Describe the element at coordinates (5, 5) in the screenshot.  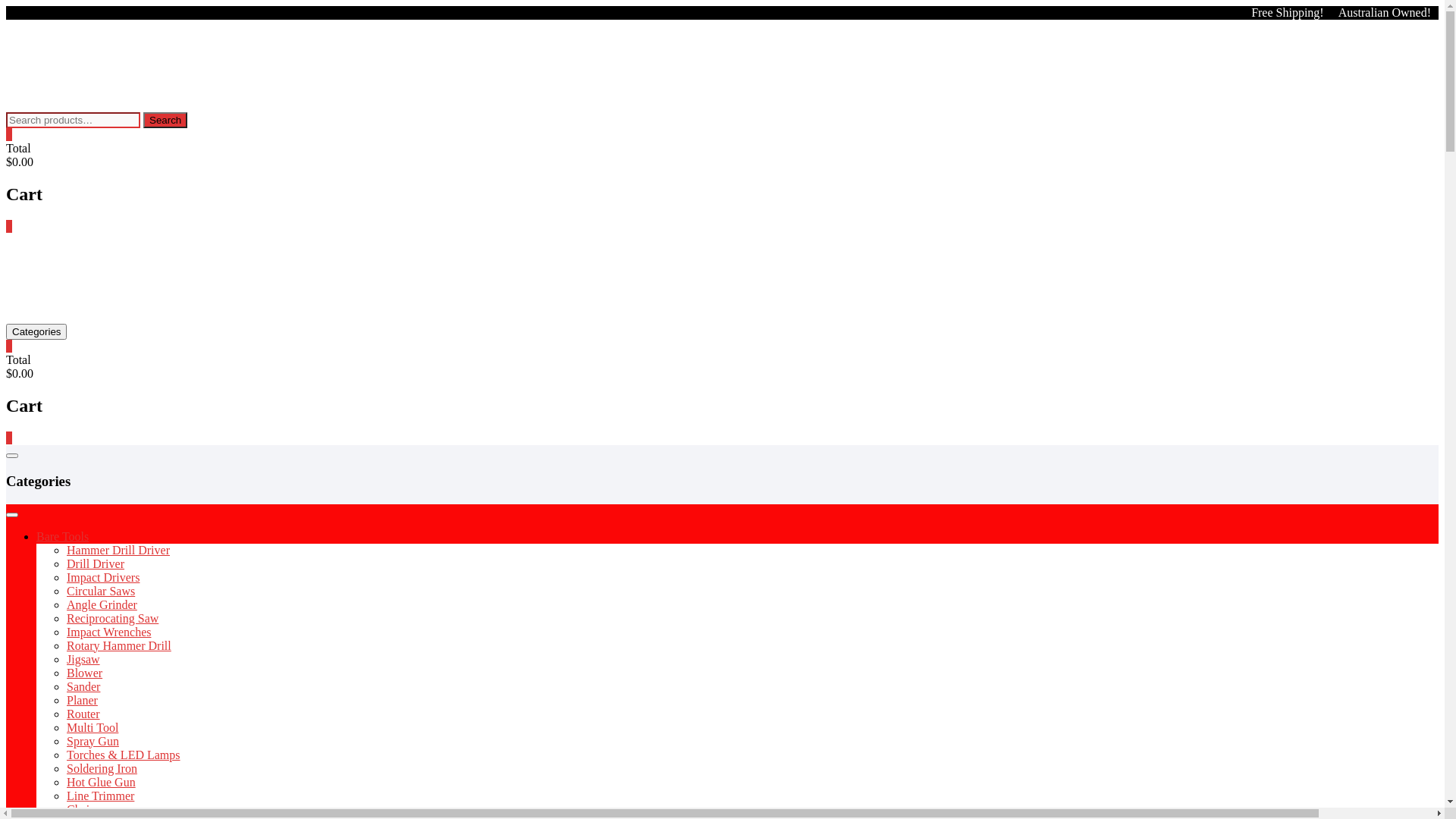
I see `'Skip to content'` at that location.